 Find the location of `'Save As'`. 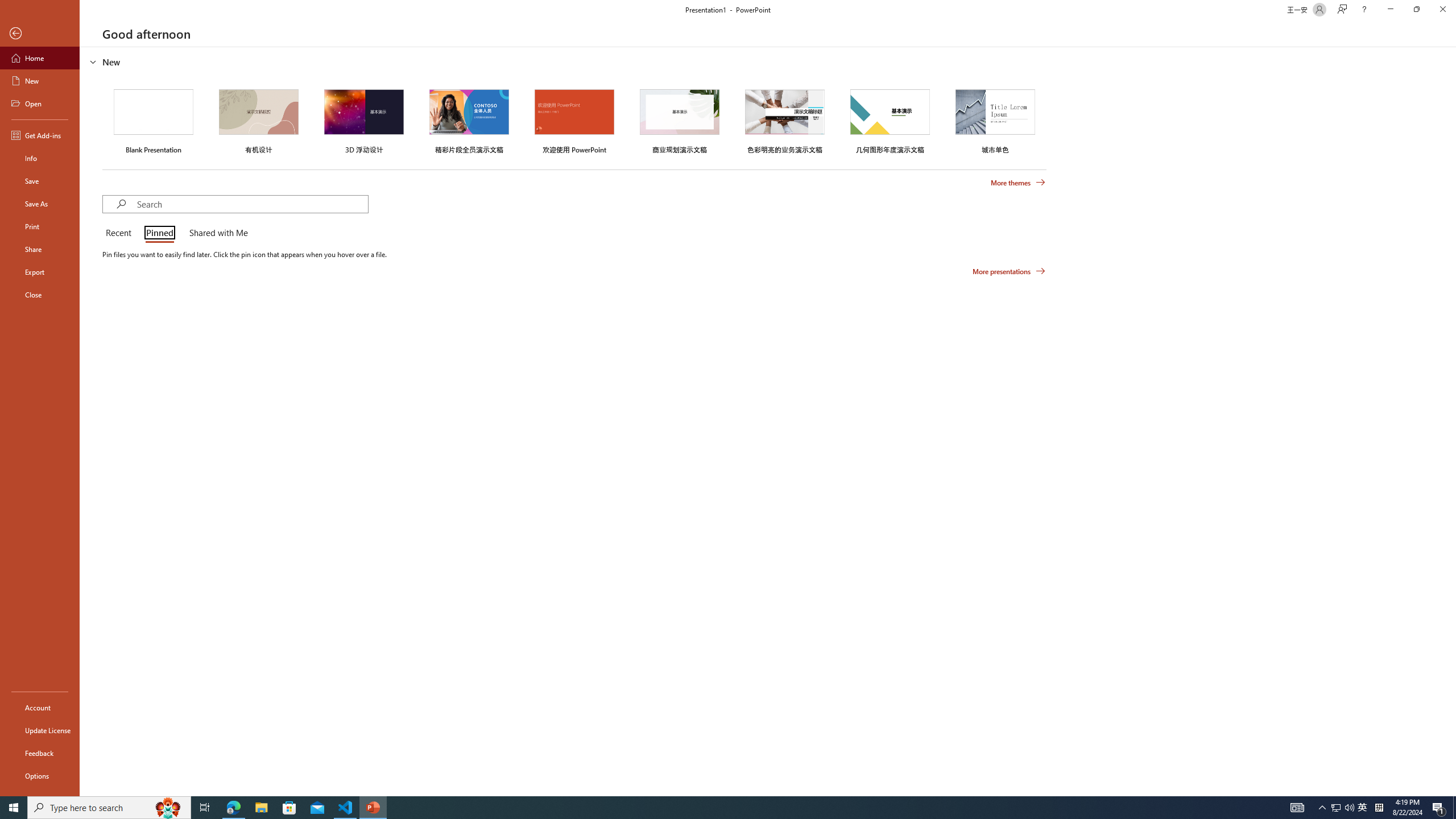

'Save As' is located at coordinates (39, 202).